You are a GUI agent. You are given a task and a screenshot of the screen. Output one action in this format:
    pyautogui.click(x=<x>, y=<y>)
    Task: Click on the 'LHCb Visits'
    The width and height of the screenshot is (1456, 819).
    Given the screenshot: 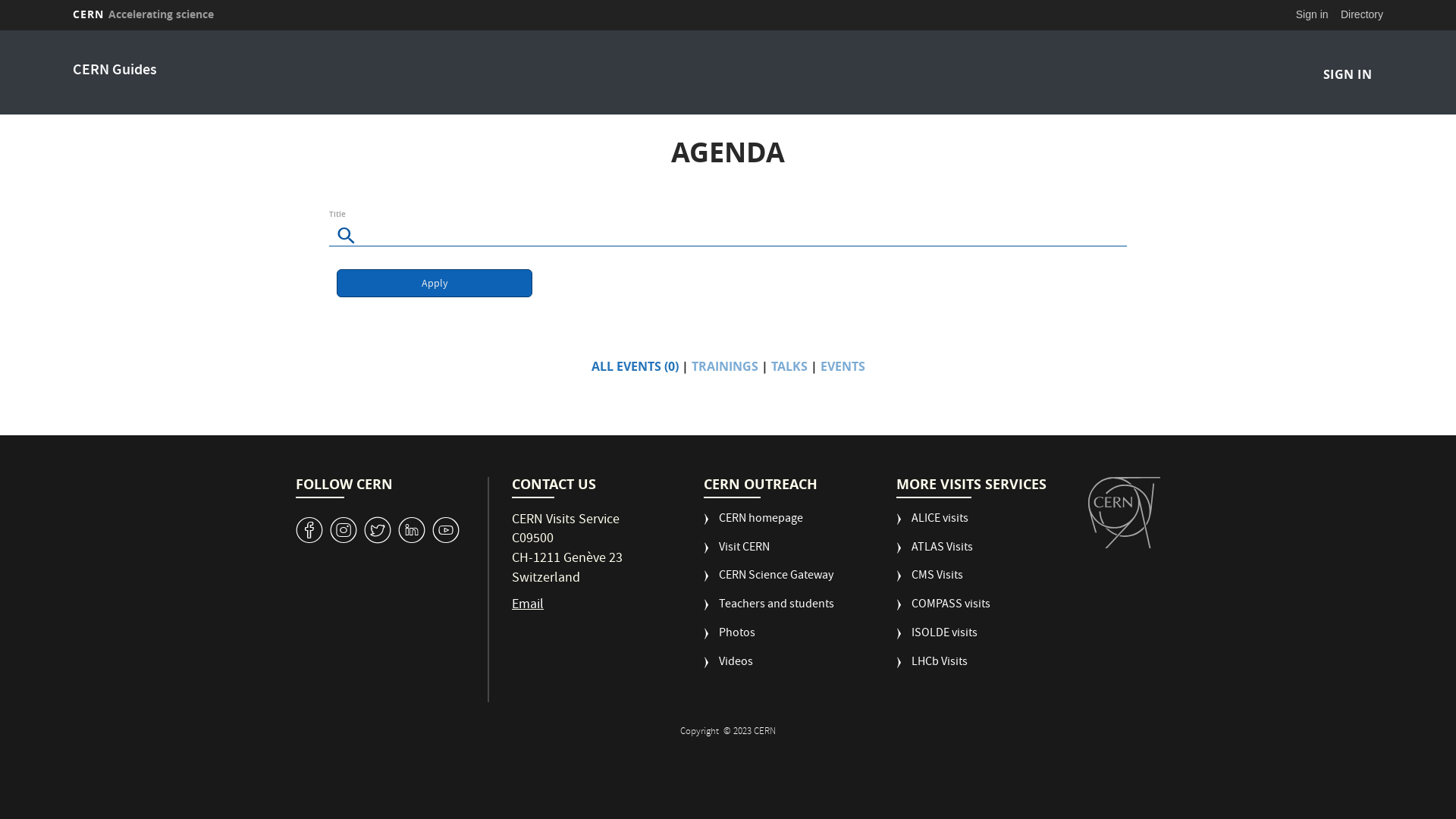 What is the action you would take?
    pyautogui.click(x=930, y=668)
    